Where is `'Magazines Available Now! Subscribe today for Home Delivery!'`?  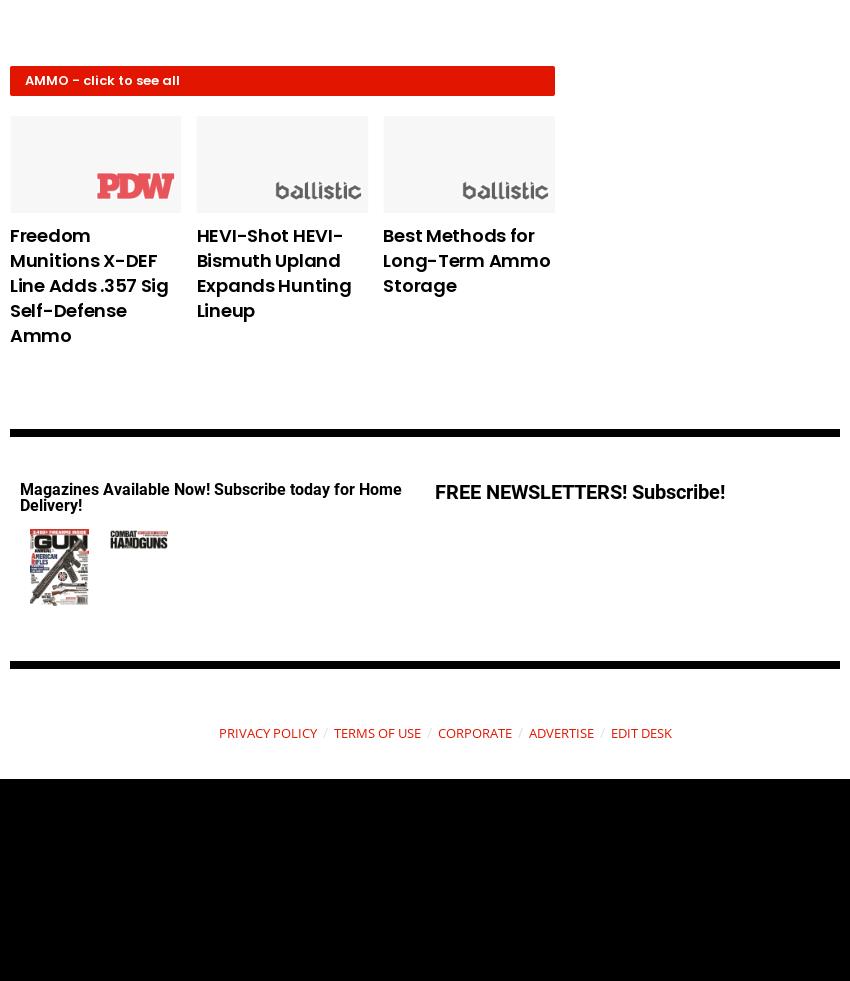
'Magazines Available Now! Subscribe today for Home Delivery!' is located at coordinates (209, 497).